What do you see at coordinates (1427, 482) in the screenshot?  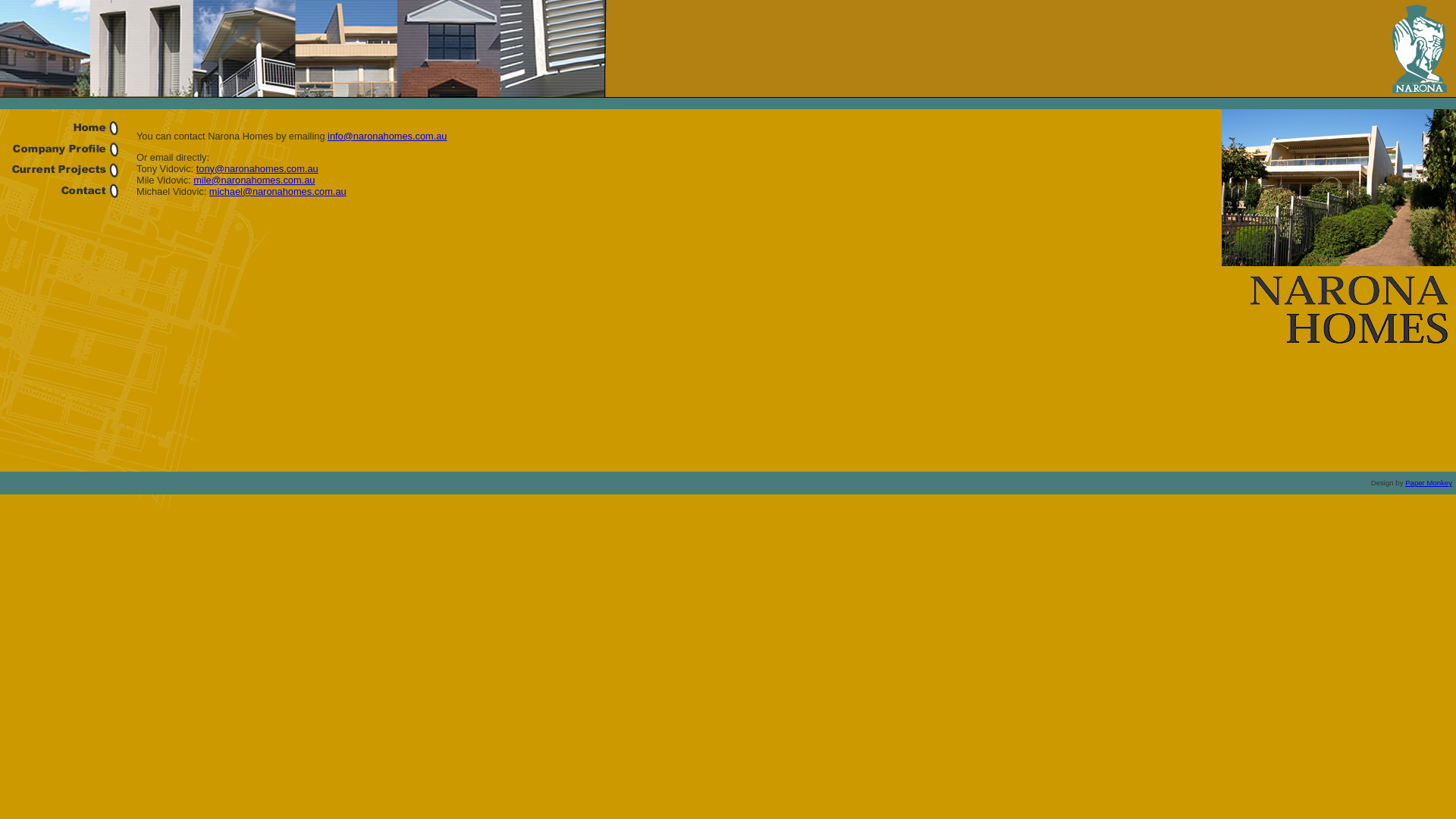 I see `'Paper Monkey'` at bounding box center [1427, 482].